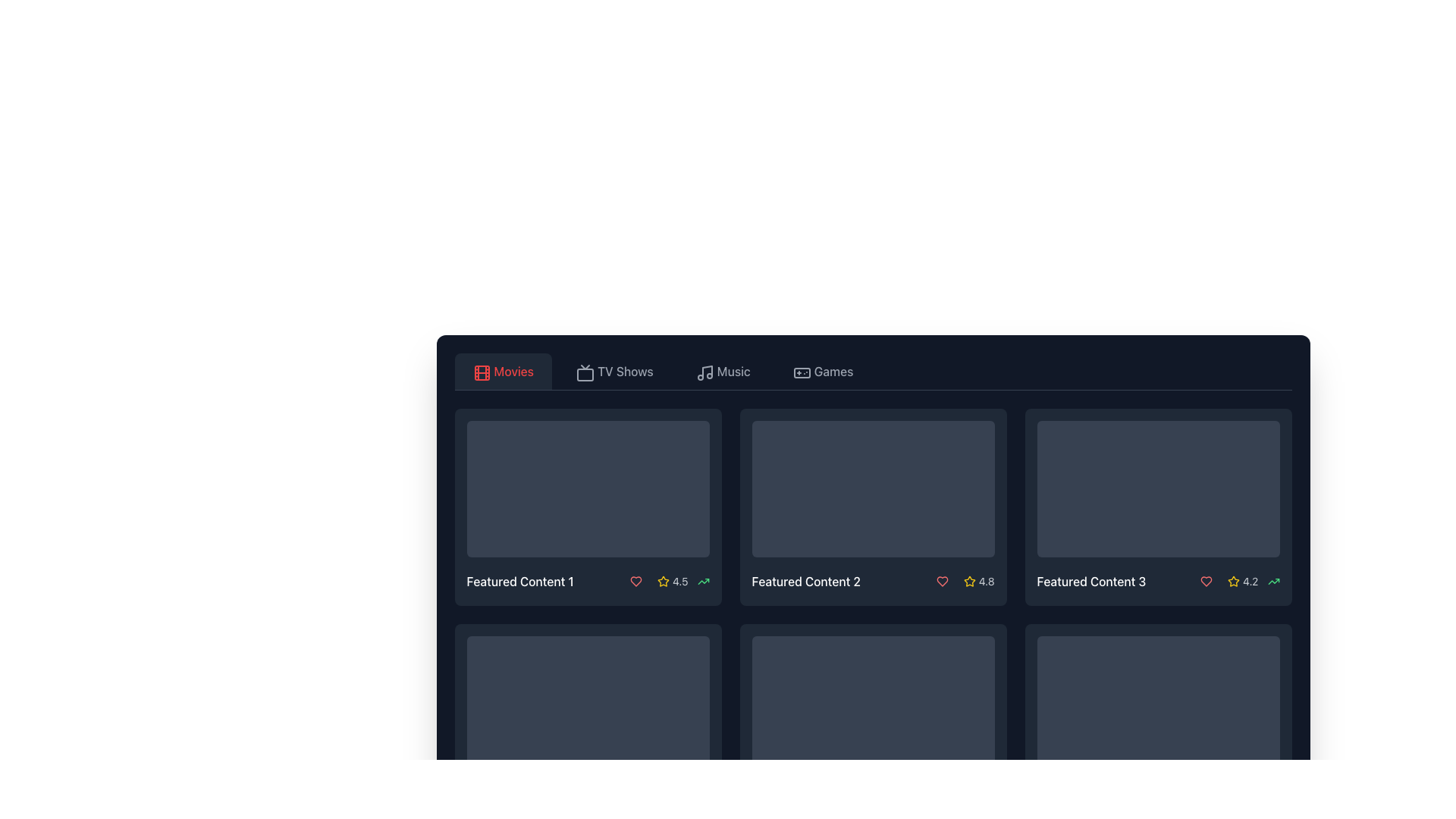 The height and width of the screenshot is (819, 1456). Describe the element at coordinates (503, 371) in the screenshot. I see `the 'Movies' button, which is a rectangular button with rounded corners, dark gray background, and red text, located at the top left of the navigation bar` at that location.